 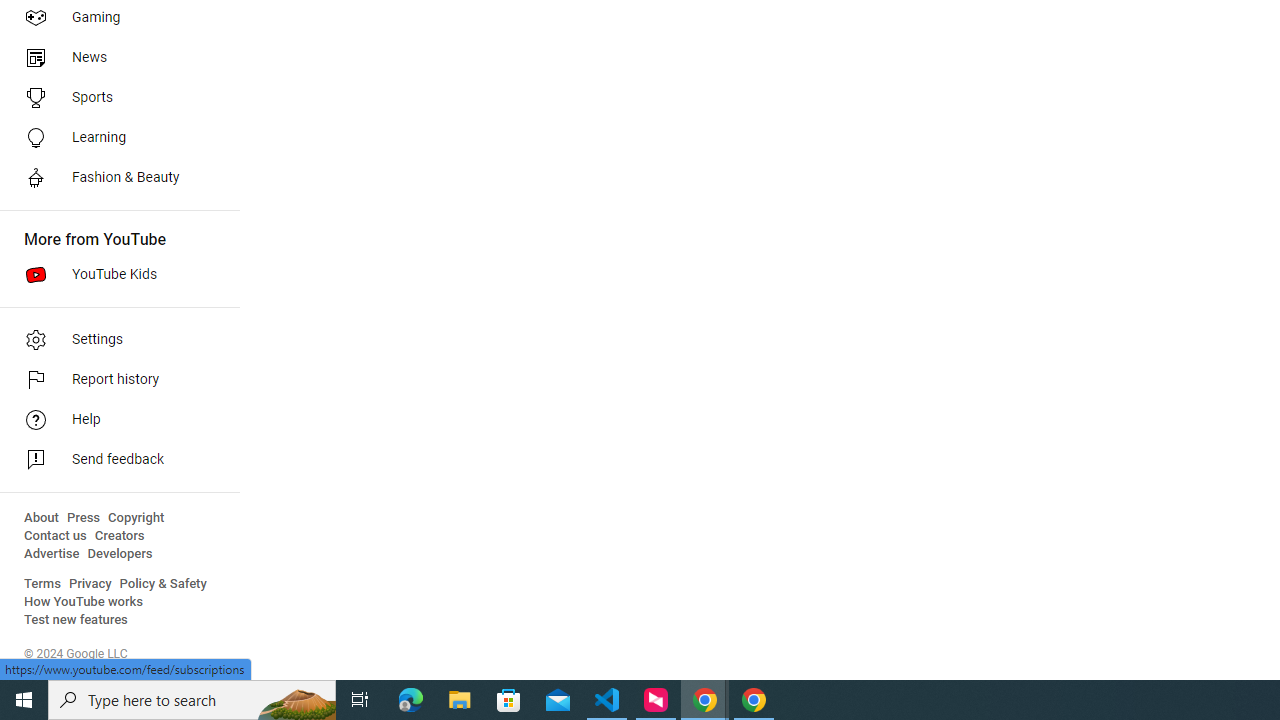 I want to click on 'Fashion & Beauty', so click(x=112, y=176).